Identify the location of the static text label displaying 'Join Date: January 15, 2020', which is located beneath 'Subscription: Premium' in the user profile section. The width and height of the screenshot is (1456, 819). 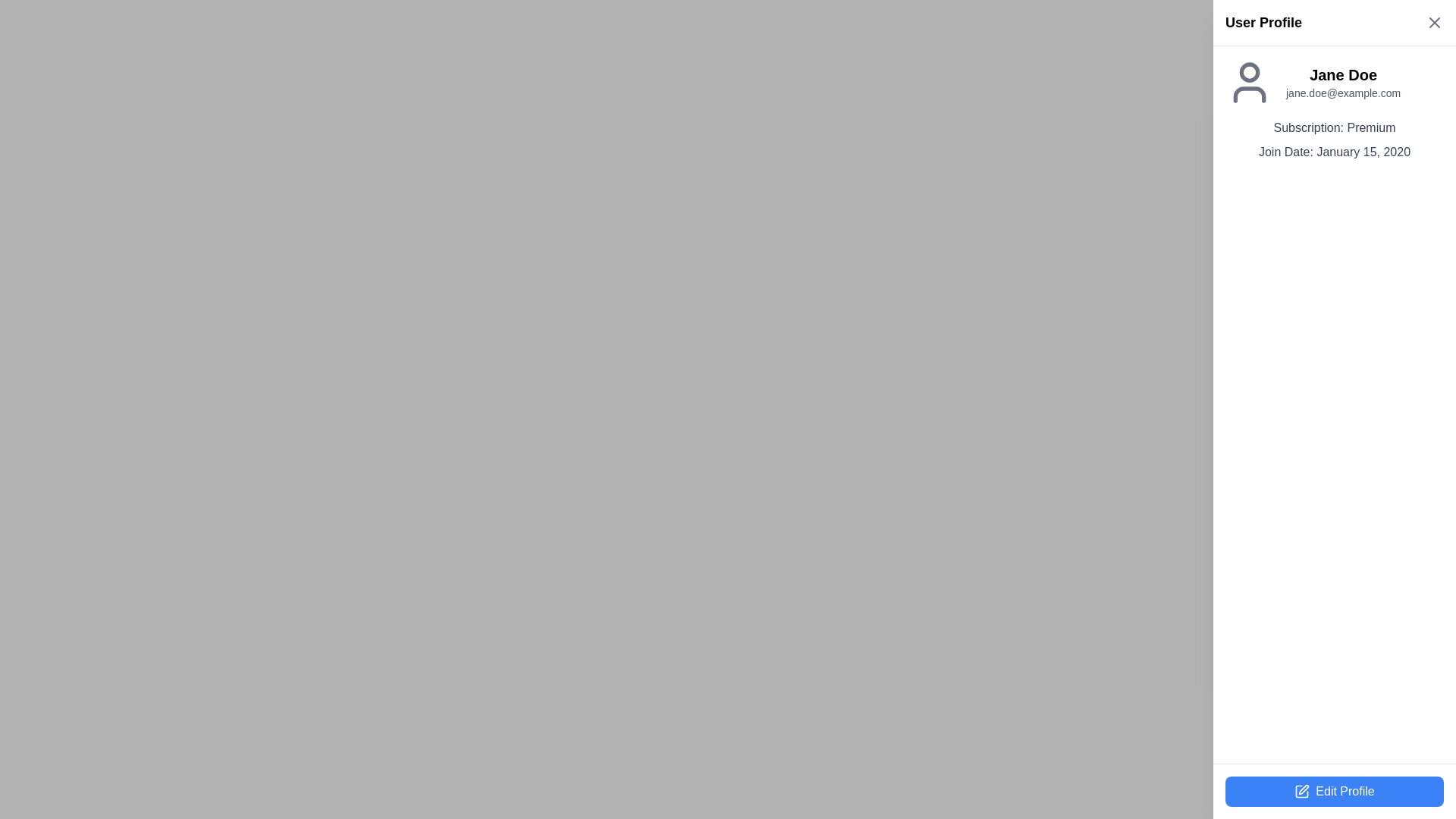
(1335, 152).